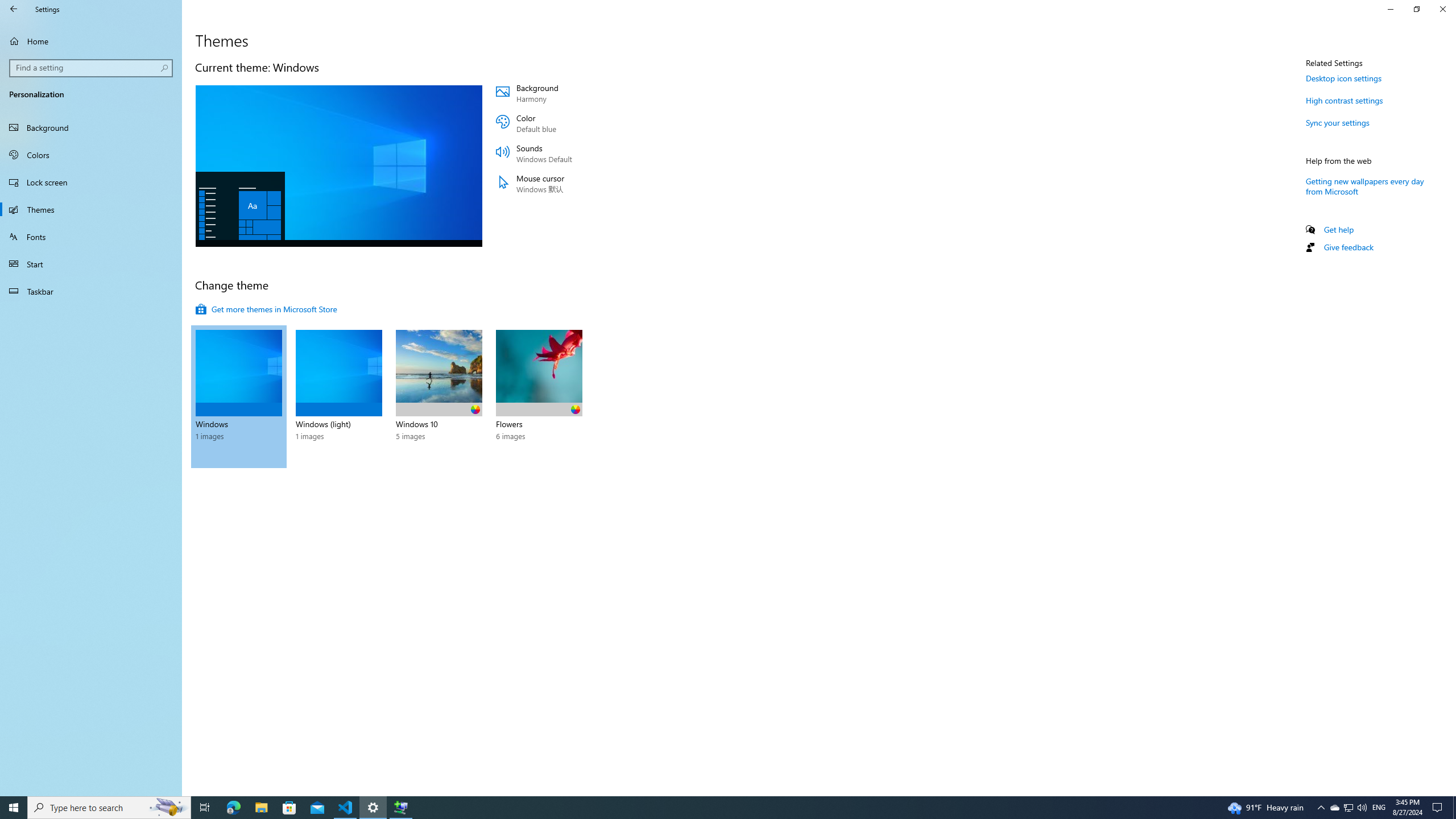 The width and height of the screenshot is (1456, 819). I want to click on 'Windows (light) 1 images', so click(338, 396).